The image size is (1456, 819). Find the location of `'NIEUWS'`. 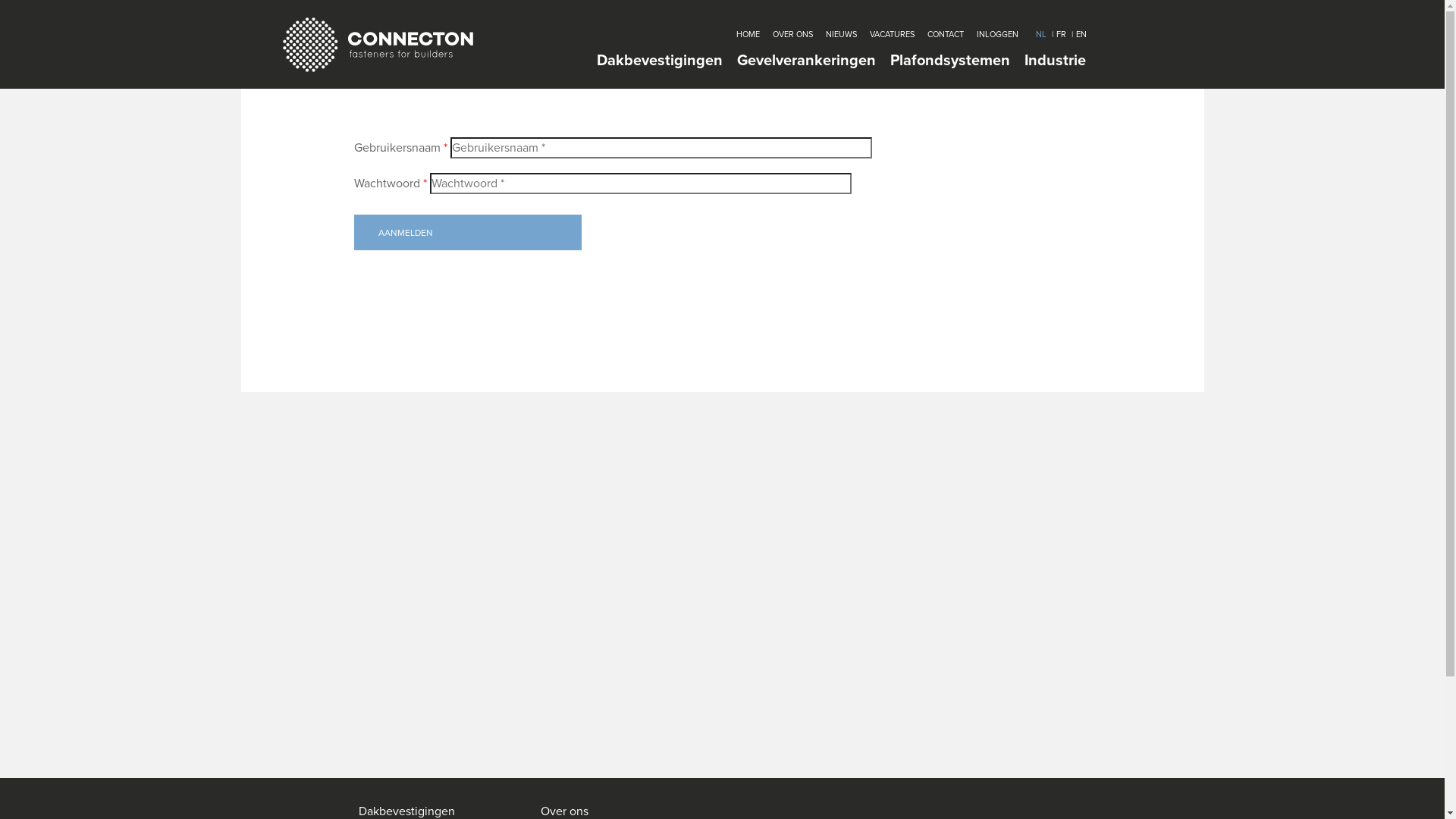

'NIEUWS' is located at coordinates (839, 34).